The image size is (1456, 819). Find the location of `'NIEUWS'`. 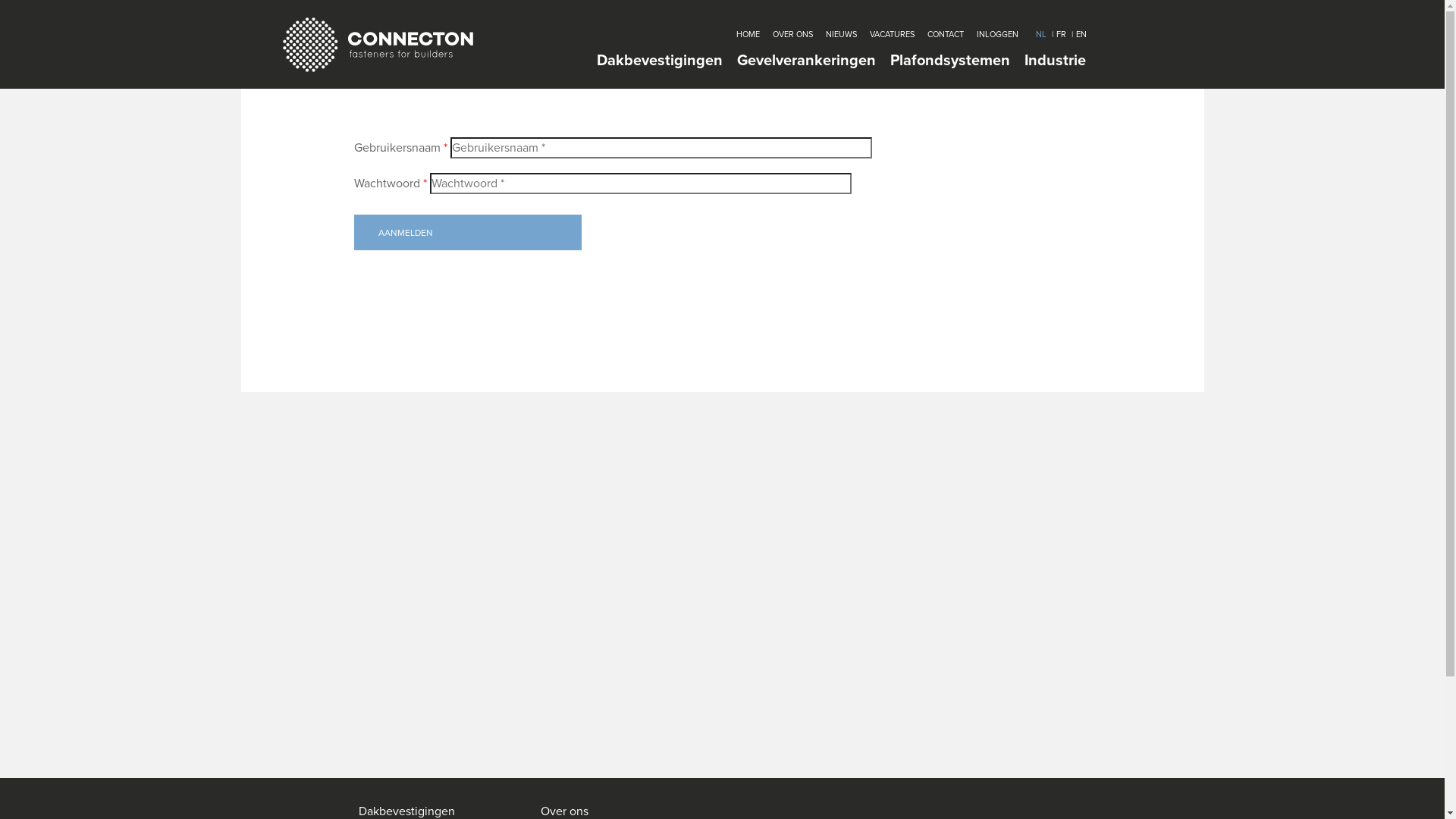

'NIEUWS' is located at coordinates (839, 34).